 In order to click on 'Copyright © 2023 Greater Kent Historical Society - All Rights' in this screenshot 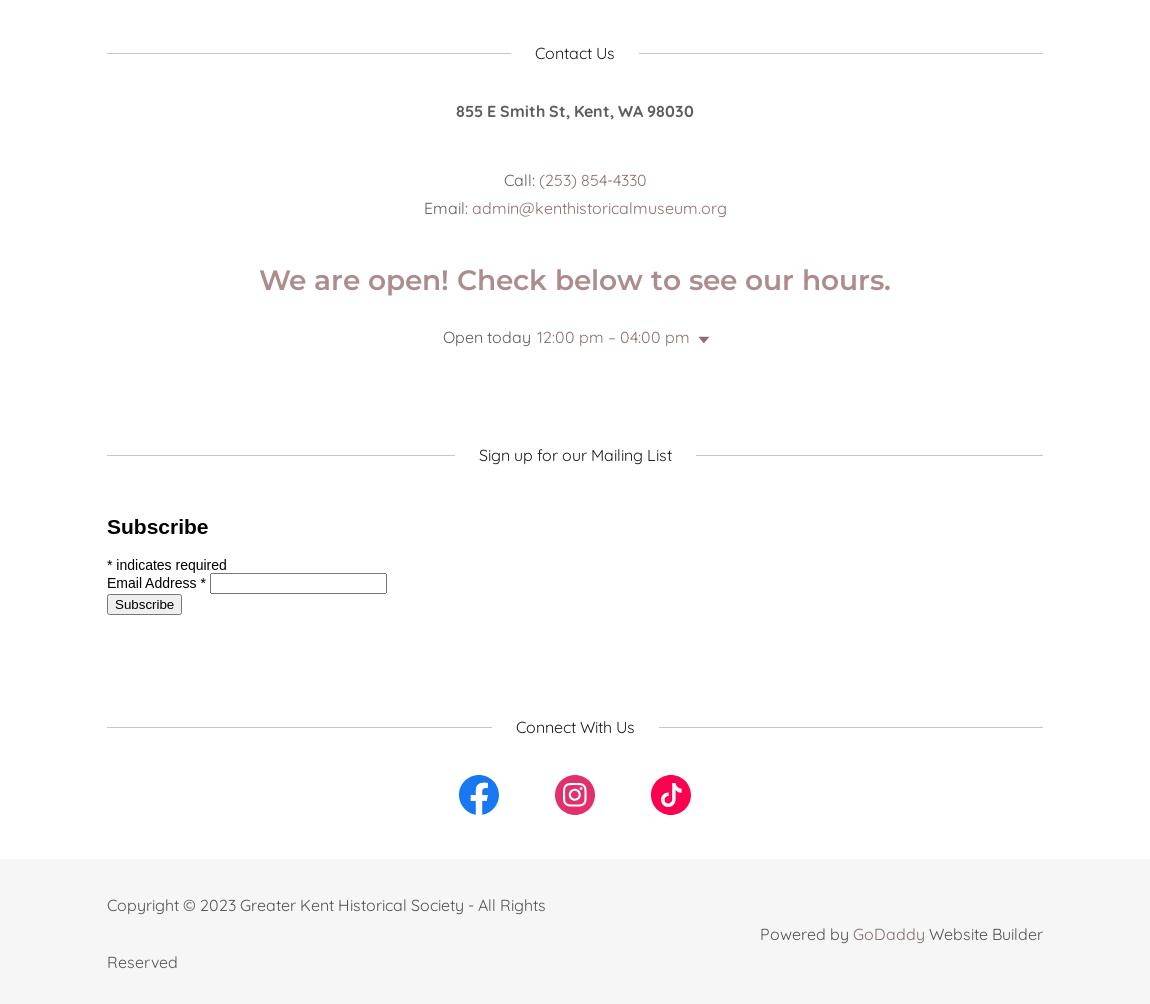, I will do `click(328, 903)`.